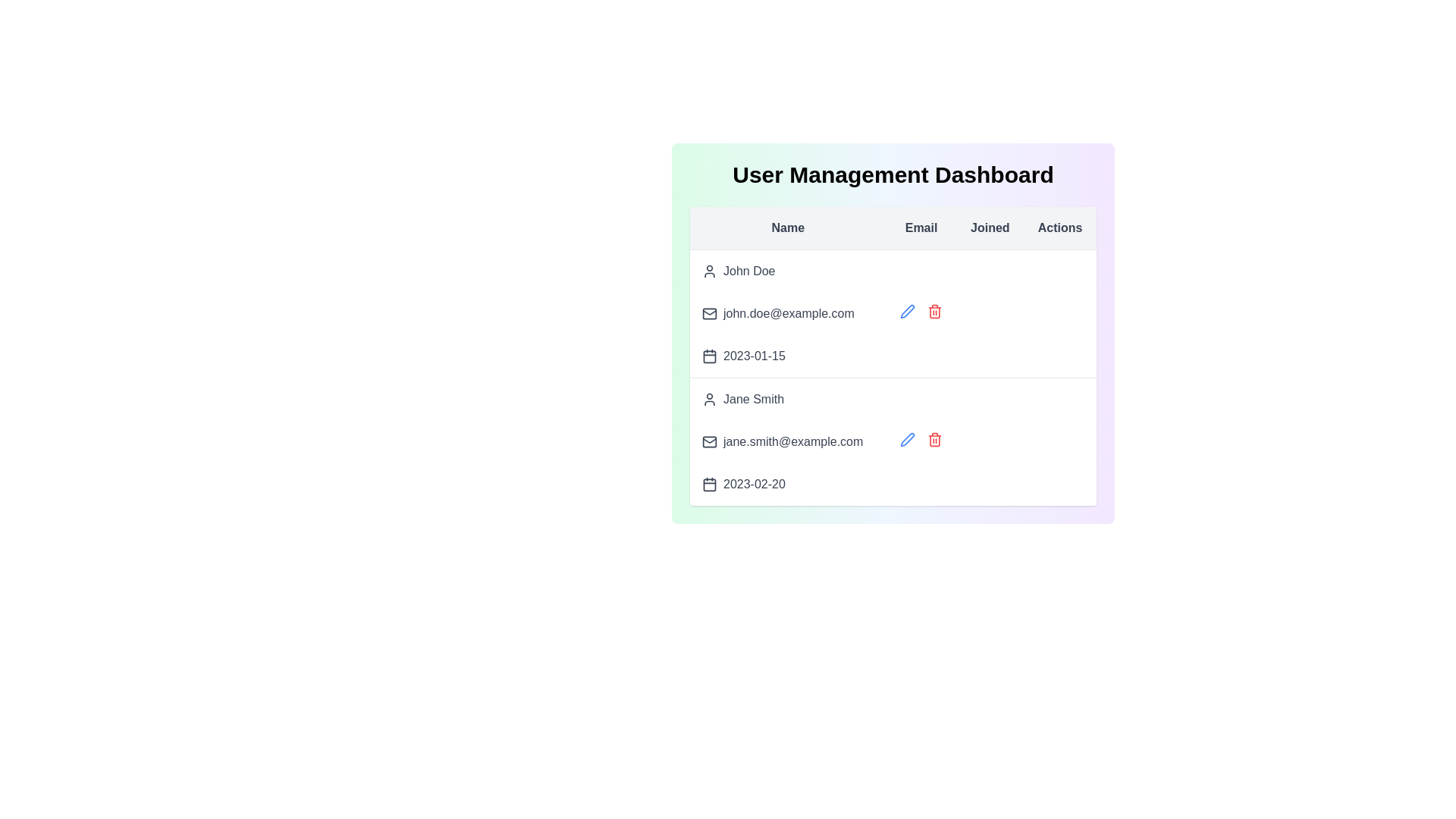  What do you see at coordinates (709, 271) in the screenshot?
I see `the user icon for the user John Doe` at bounding box center [709, 271].